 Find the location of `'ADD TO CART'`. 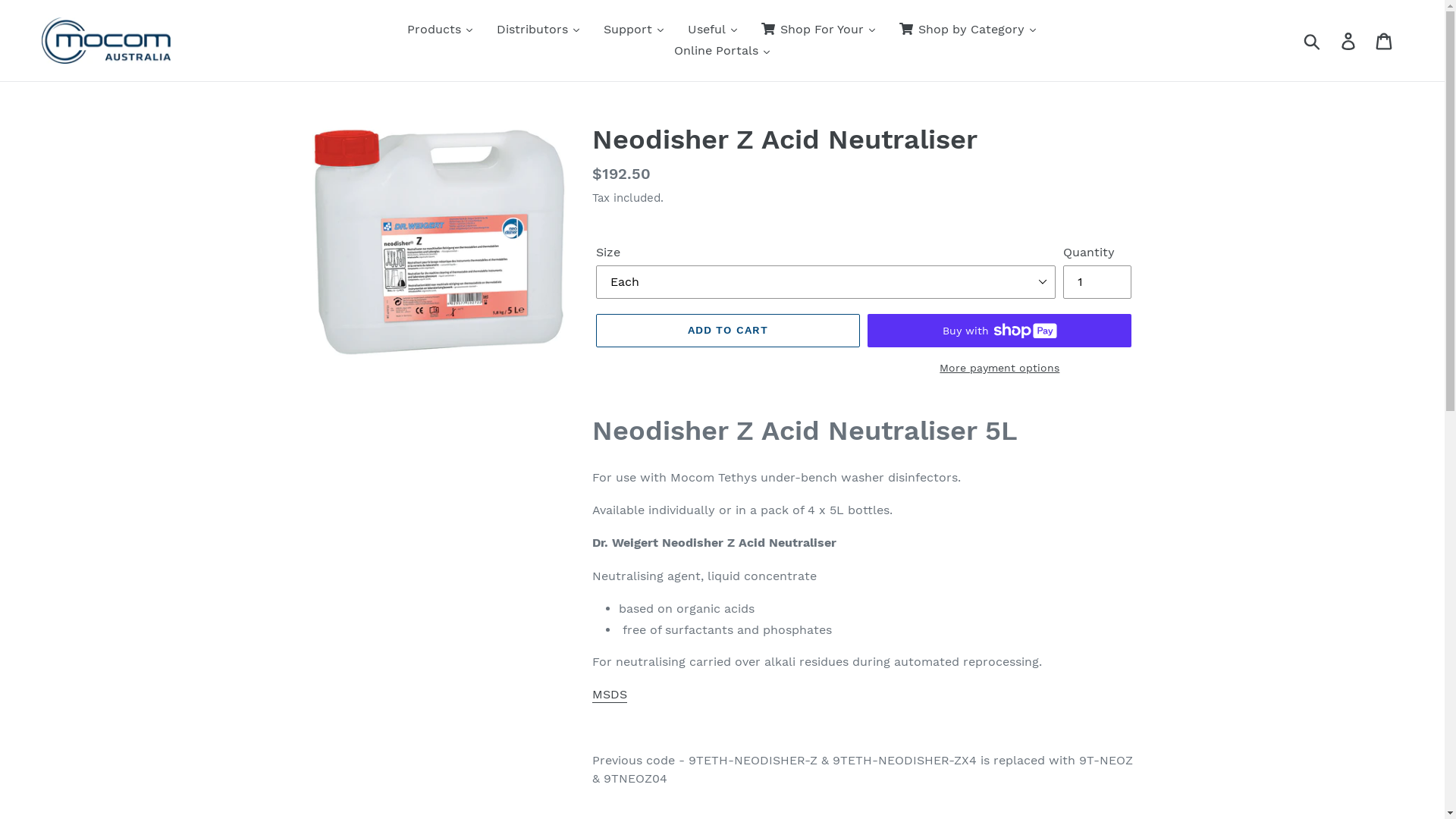

'ADD TO CART' is located at coordinates (728, 329).